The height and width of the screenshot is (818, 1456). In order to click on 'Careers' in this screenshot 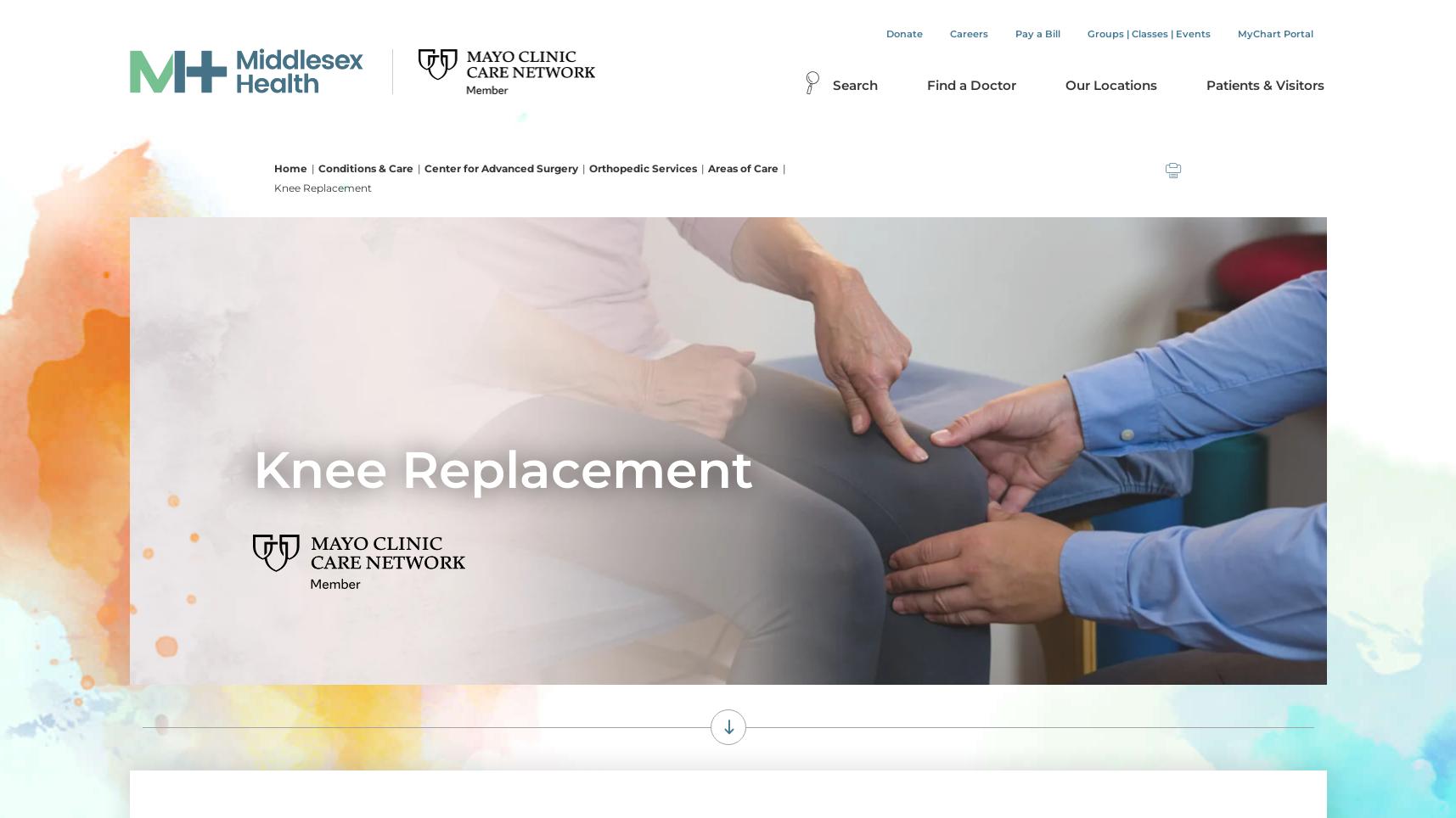, I will do `click(968, 33)`.